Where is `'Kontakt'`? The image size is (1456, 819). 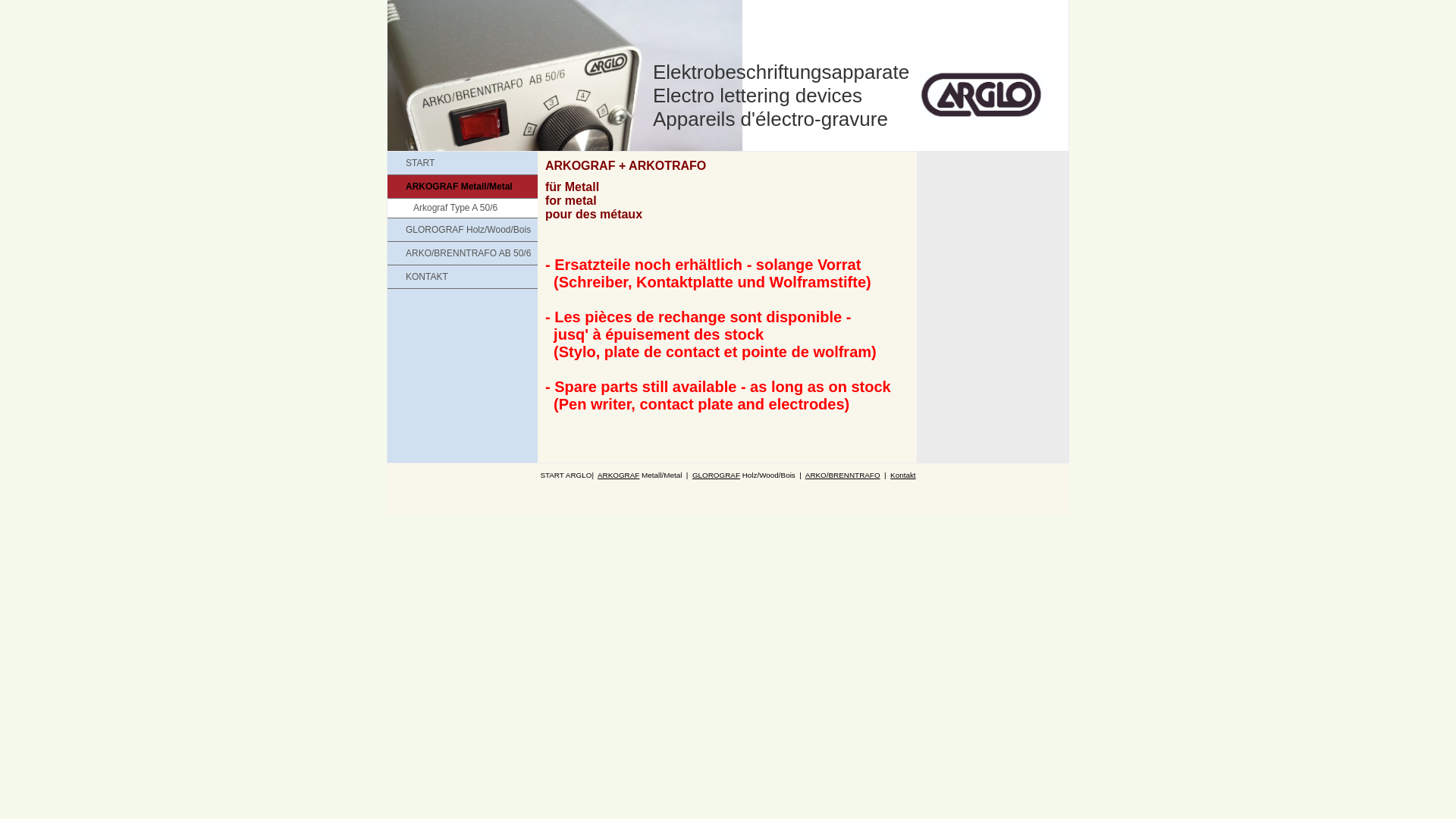 'Kontakt' is located at coordinates (890, 474).